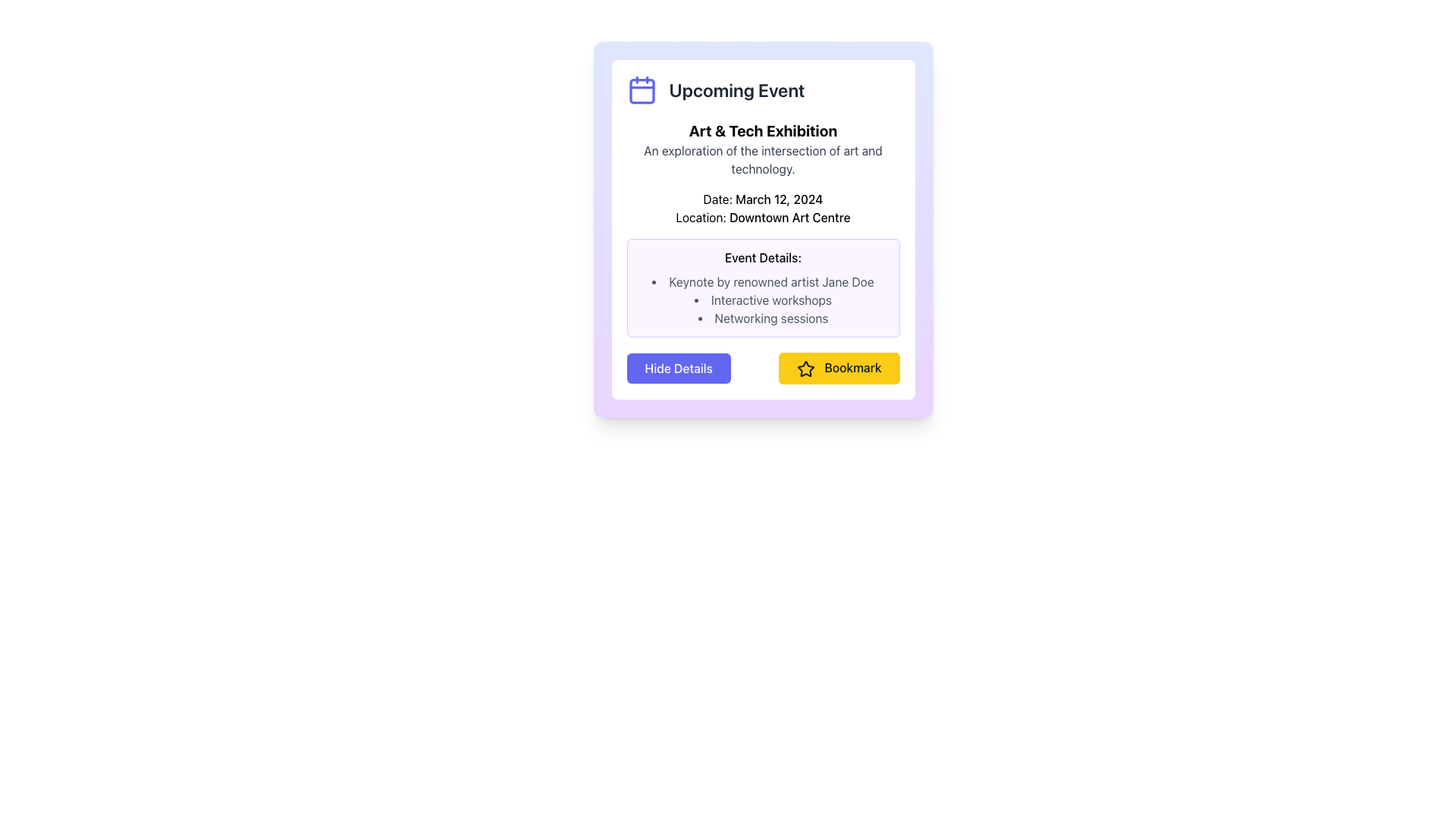  I want to click on the five-pointed star icon with a black outline and yellow fill, which is part of the 'Bookmark' button located, so click(805, 369).